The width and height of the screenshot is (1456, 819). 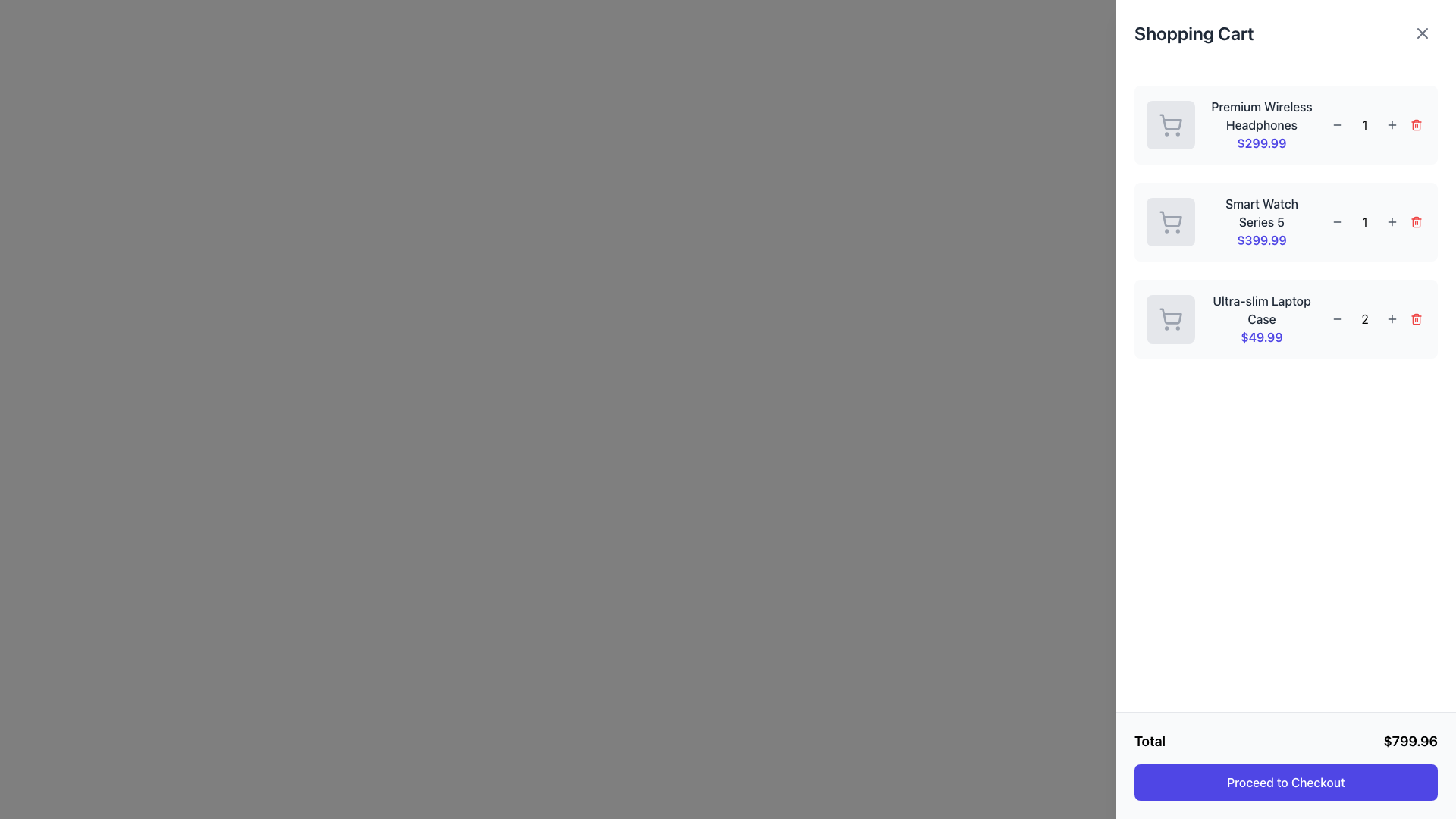 I want to click on the text label displaying the product name 'Premium Wireless Headphones' in the shopping cart interface, so click(x=1262, y=115).